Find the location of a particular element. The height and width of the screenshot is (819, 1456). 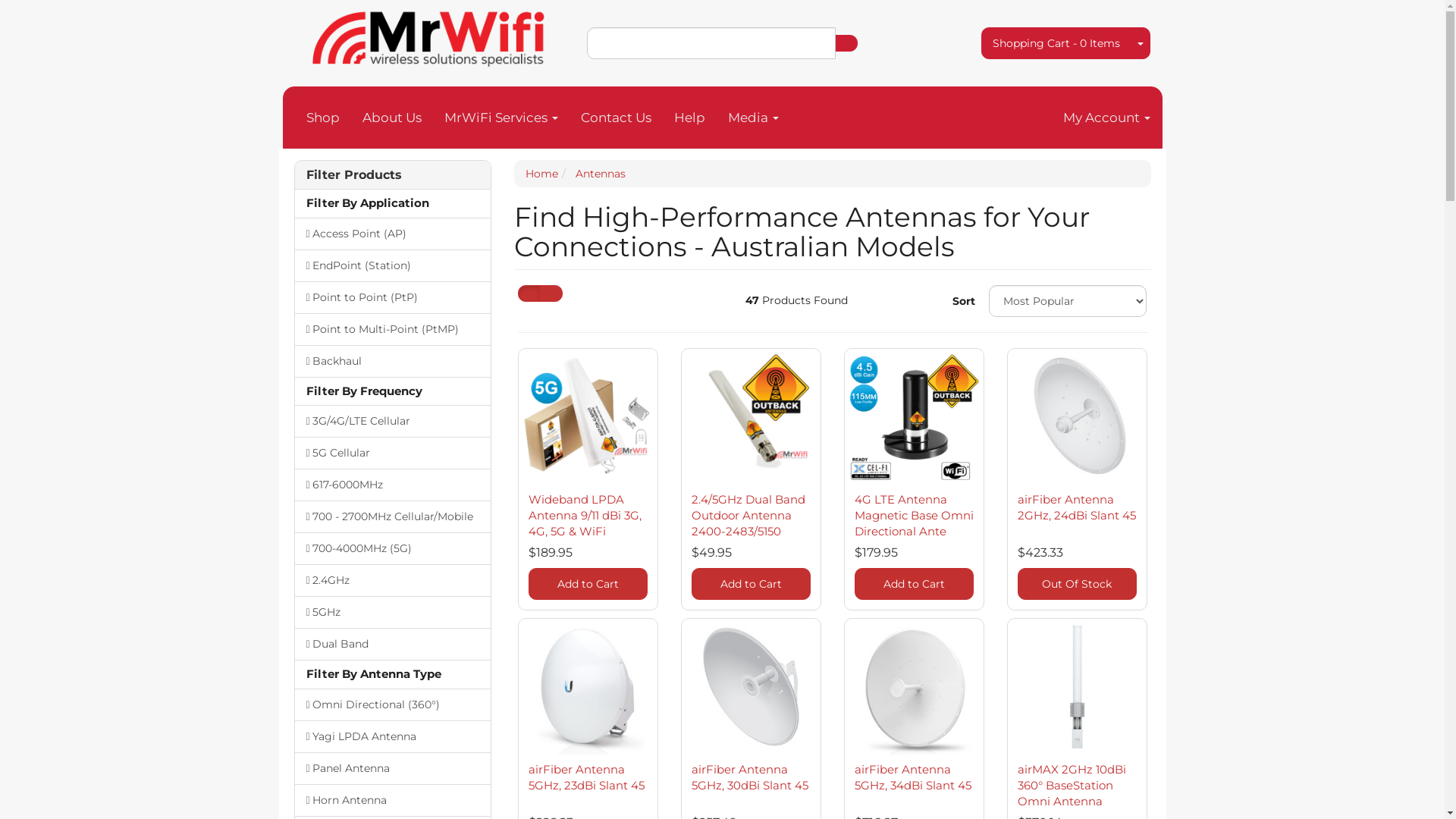

'About Us' is located at coordinates (391, 116).